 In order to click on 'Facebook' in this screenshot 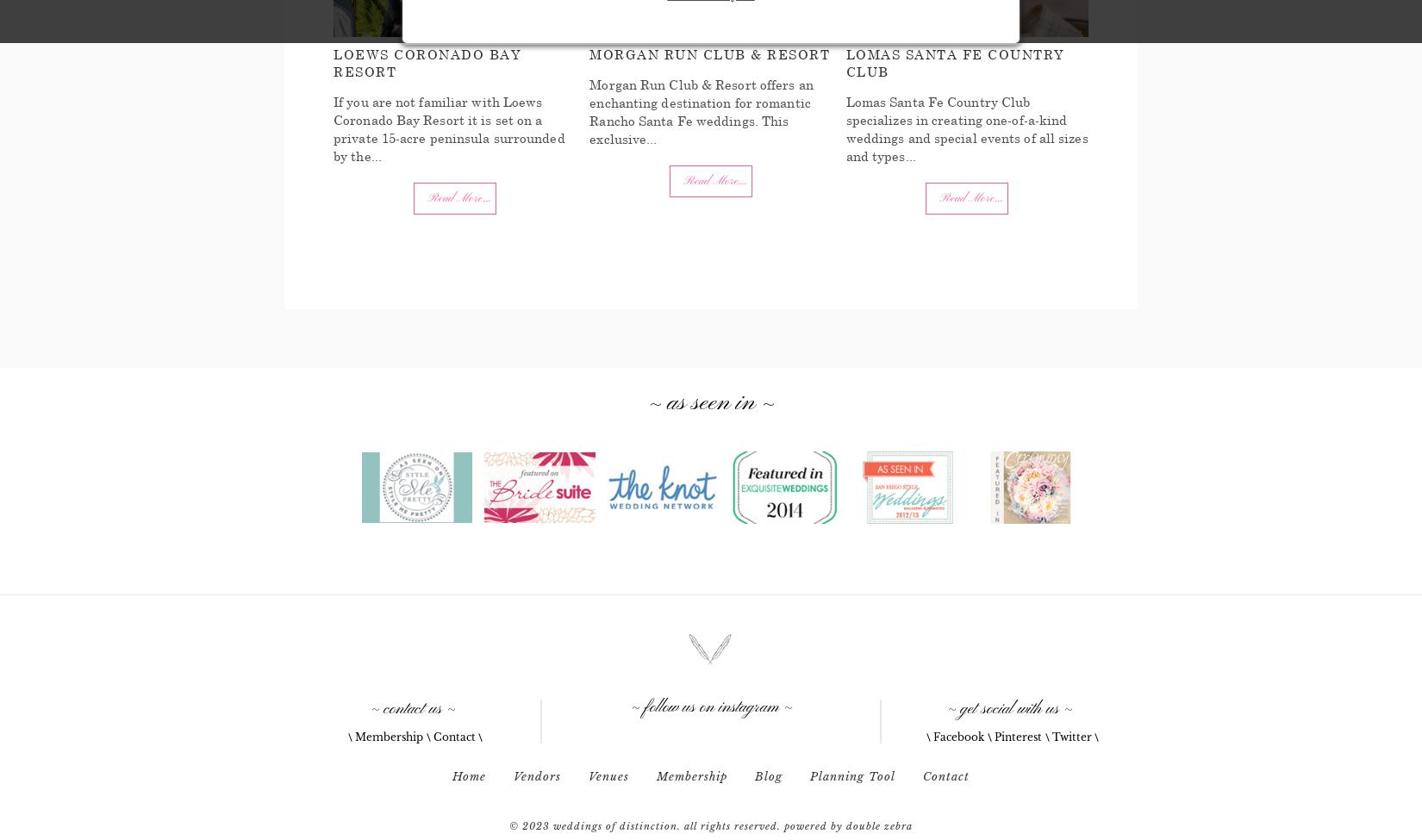, I will do `click(958, 737)`.